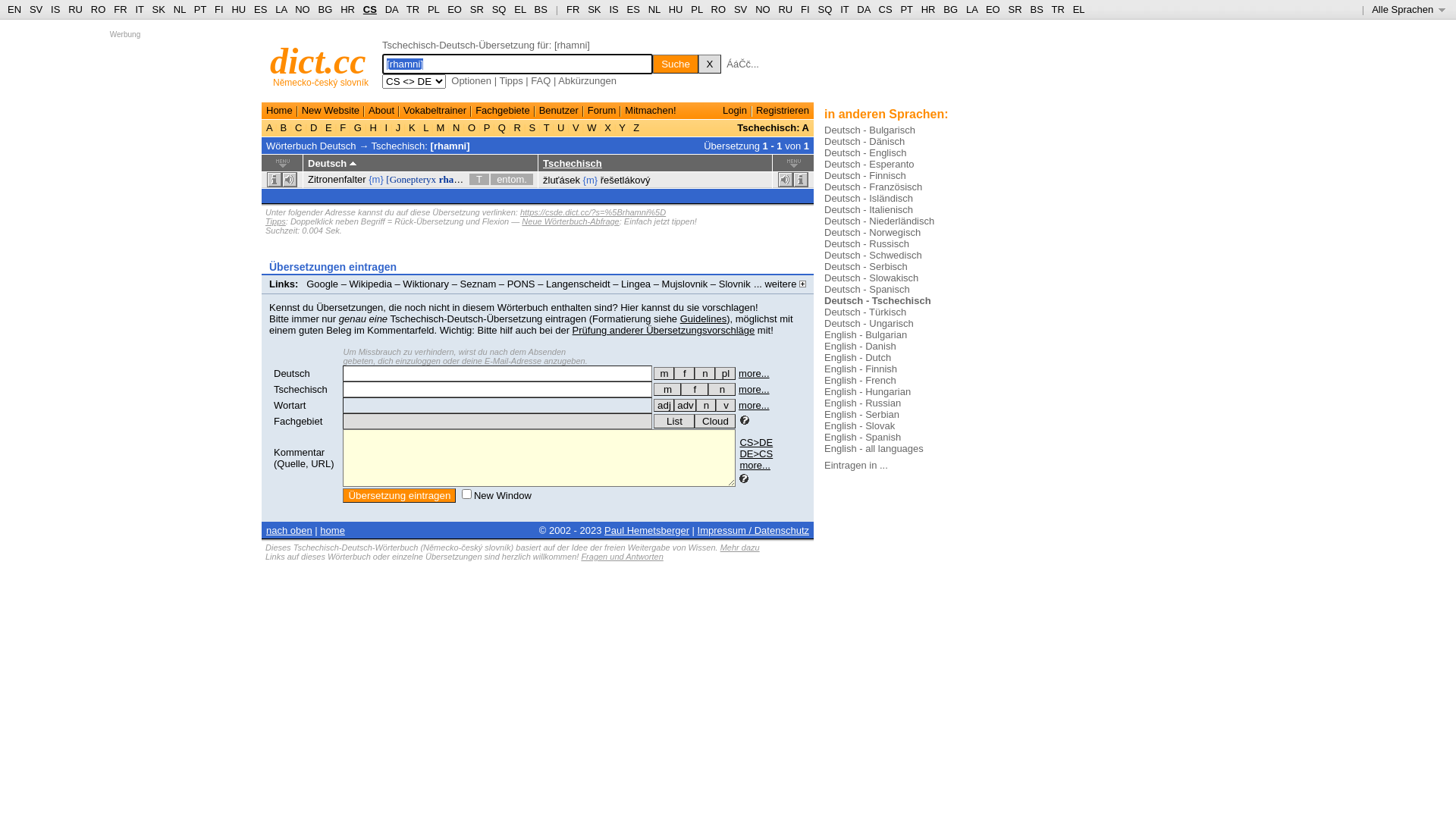 The image size is (1456, 819). Describe the element at coordinates (279, 109) in the screenshot. I see `'Home'` at that location.